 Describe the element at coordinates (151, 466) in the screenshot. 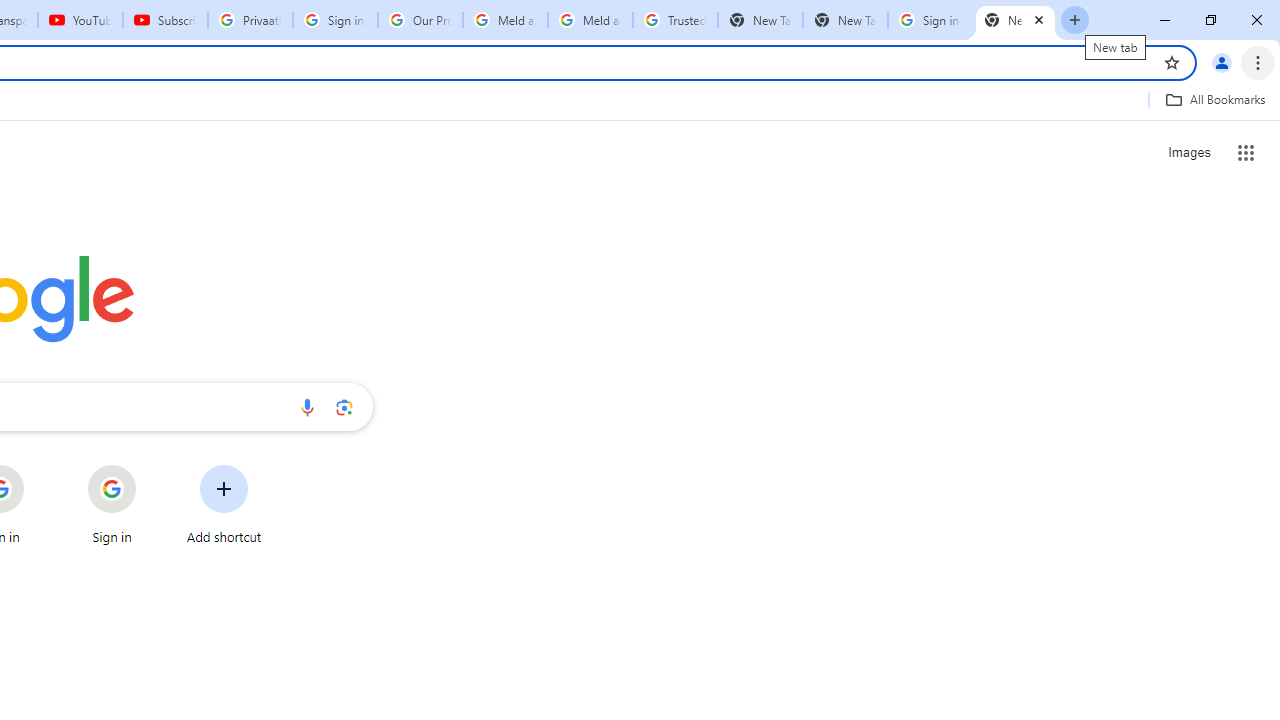

I see `'More actions for Sign in shortcut'` at that location.